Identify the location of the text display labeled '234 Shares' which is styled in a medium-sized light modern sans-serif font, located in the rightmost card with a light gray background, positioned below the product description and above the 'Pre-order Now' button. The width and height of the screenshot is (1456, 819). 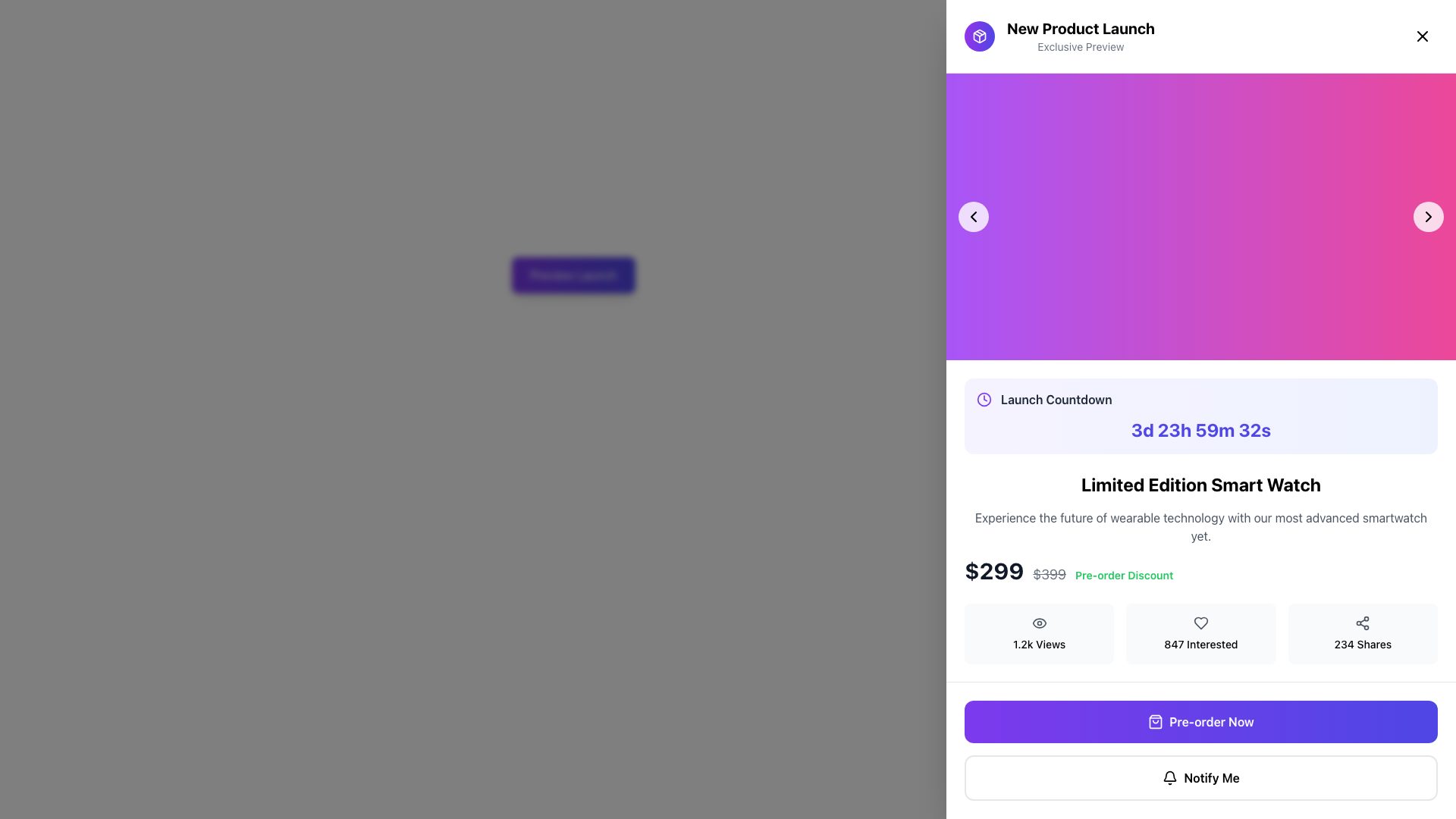
(1363, 644).